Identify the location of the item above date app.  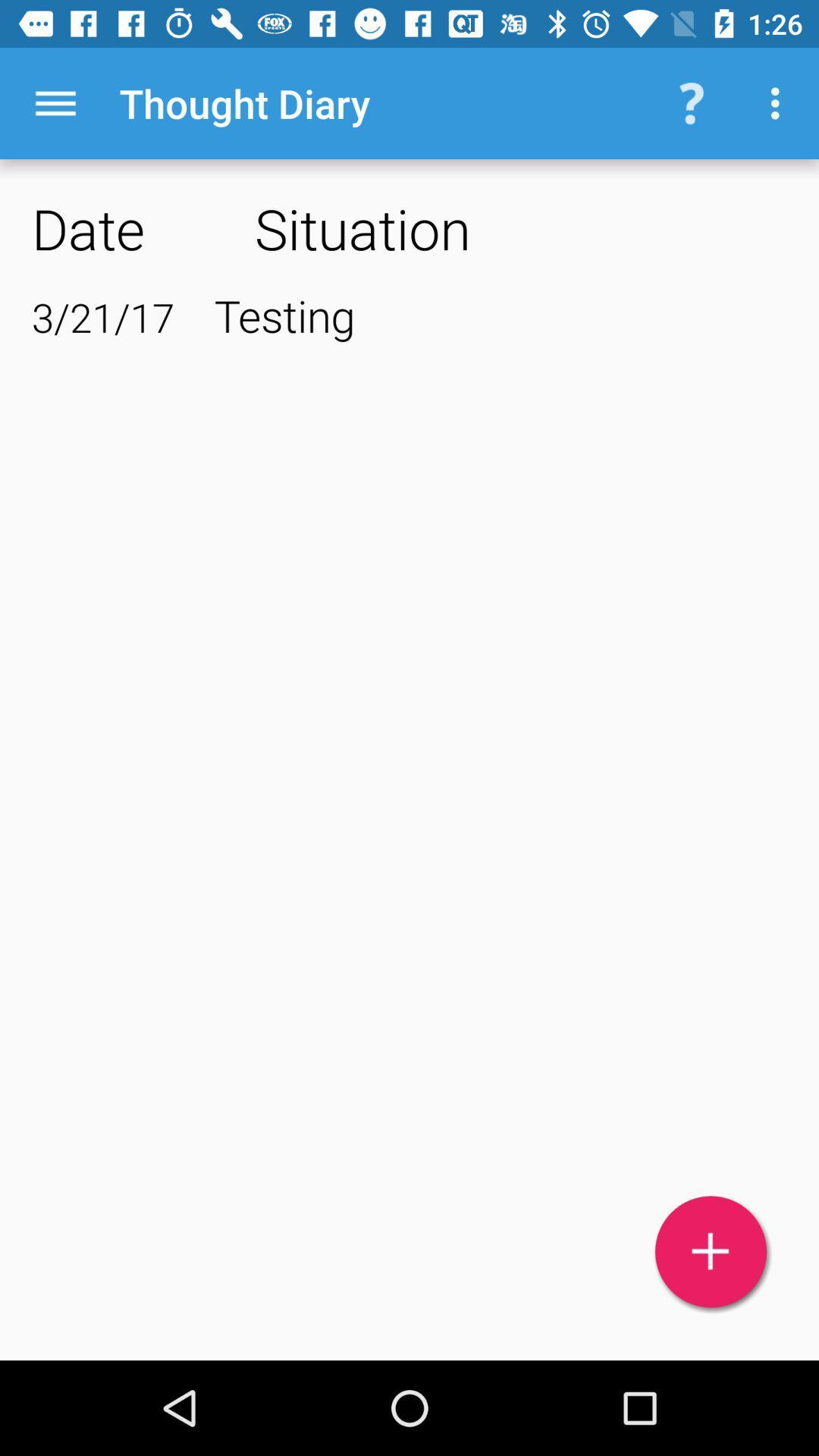
(55, 102).